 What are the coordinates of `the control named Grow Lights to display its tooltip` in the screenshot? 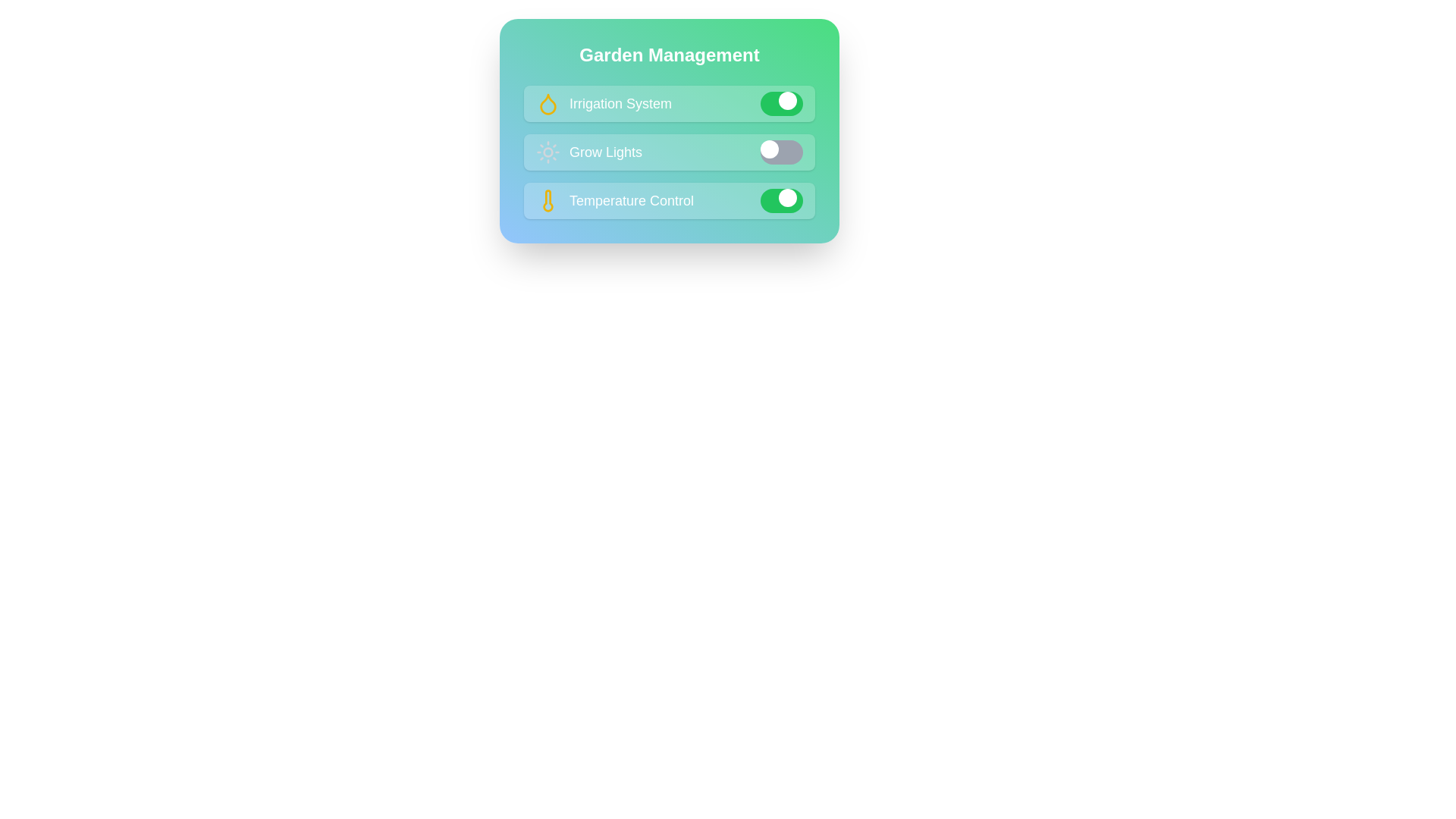 It's located at (669, 152).